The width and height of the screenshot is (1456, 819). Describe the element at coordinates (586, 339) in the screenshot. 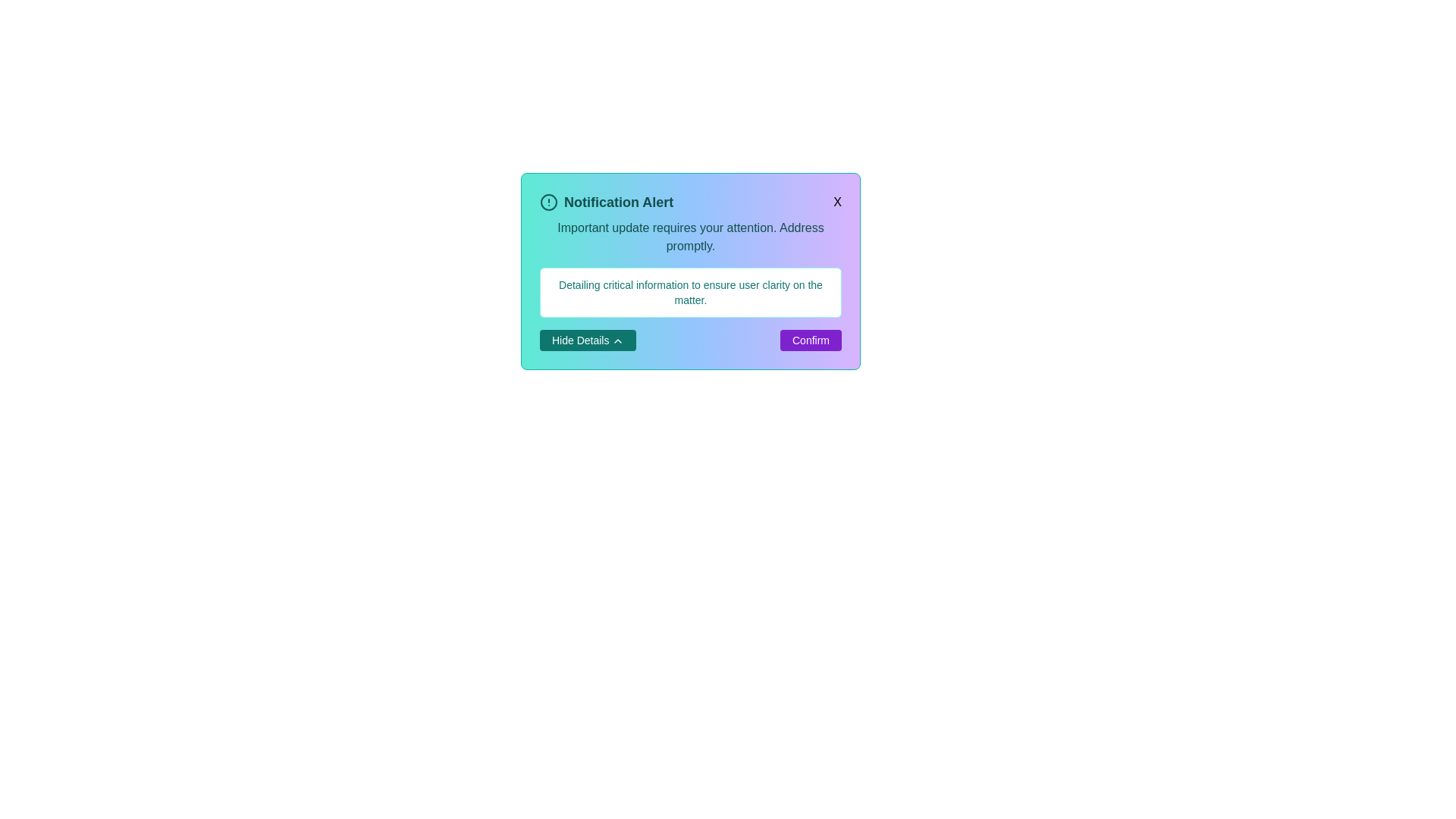

I see `the 'Hide Details' button to toggle the visibility of the details section` at that location.